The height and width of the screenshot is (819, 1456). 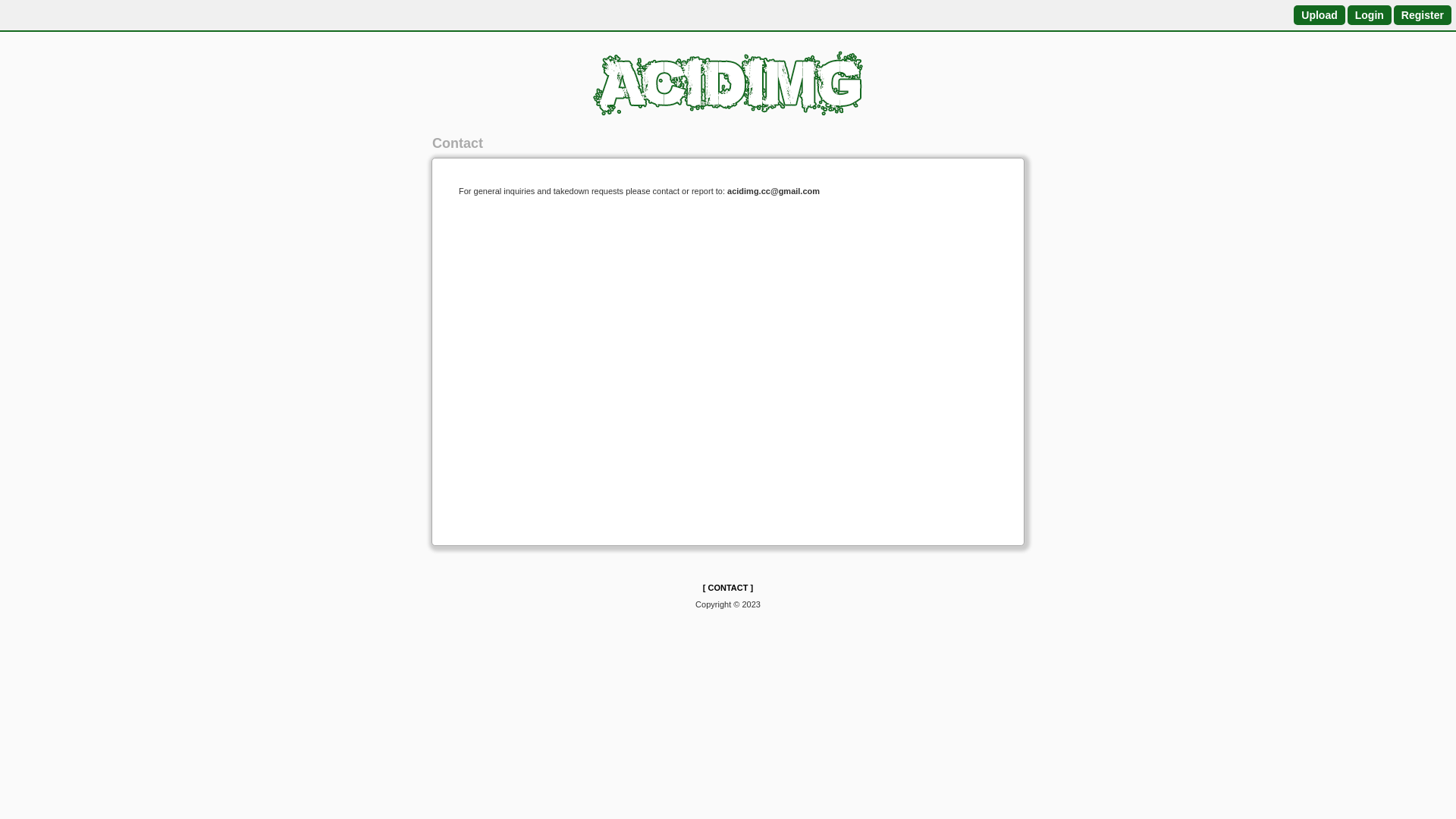 I want to click on 'Upload', so click(x=1318, y=14).